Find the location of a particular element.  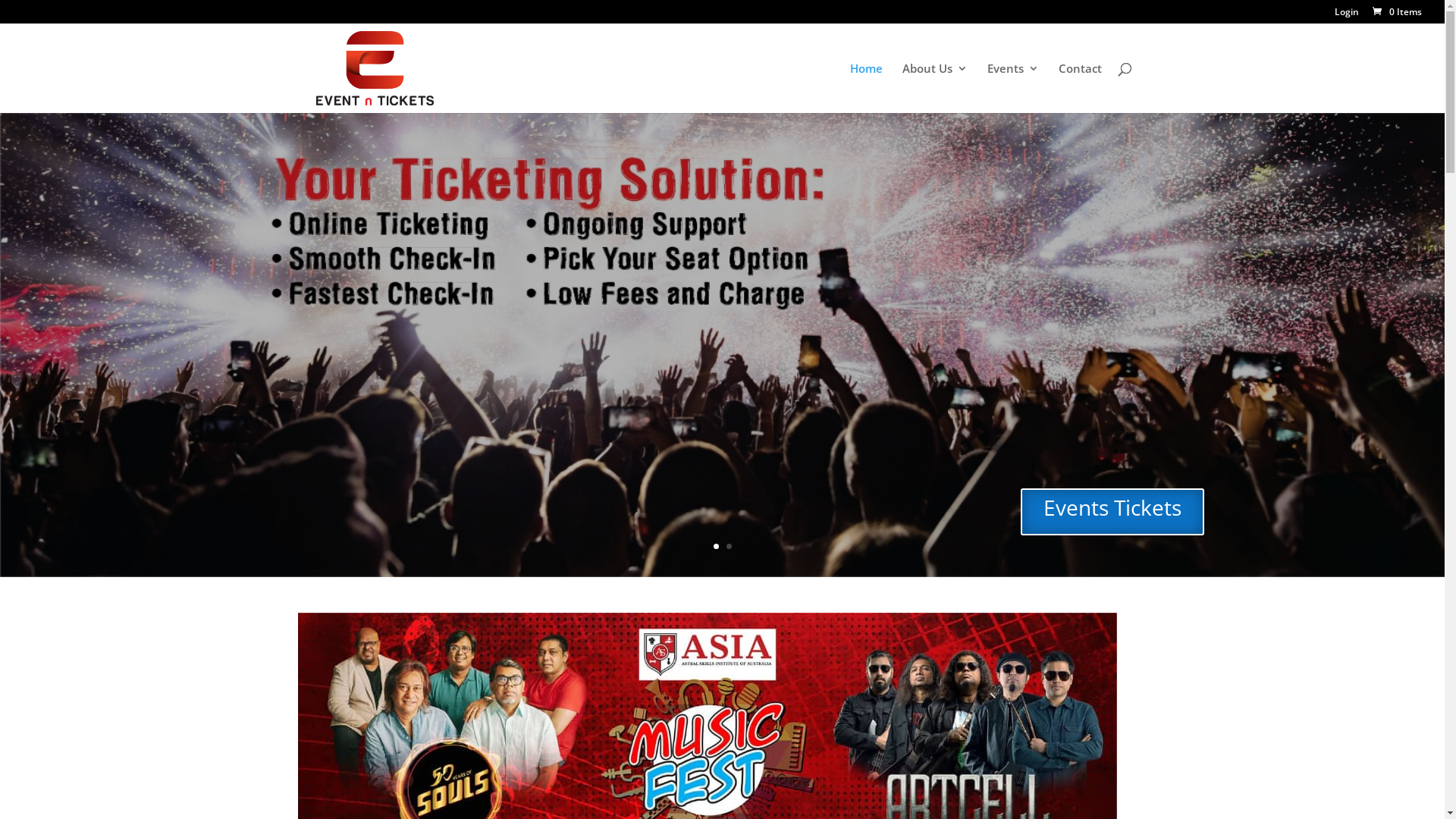

'Login' is located at coordinates (1347, 15).